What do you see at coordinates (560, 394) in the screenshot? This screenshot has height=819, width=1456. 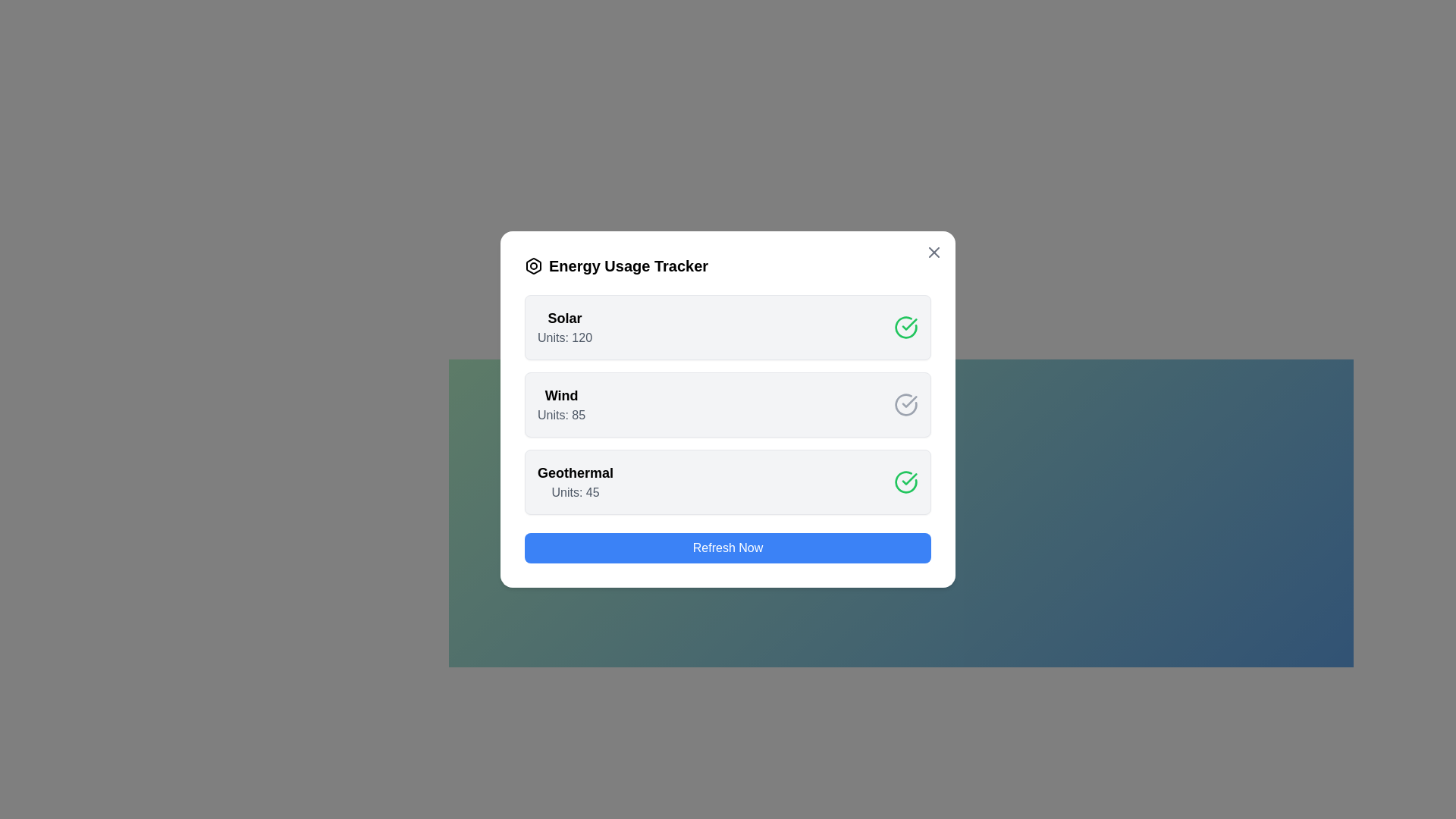 I see `the Text Label indicating wind-related metrics, which is positioned at the top of the card labeled 'Wind Units: 85'` at bounding box center [560, 394].